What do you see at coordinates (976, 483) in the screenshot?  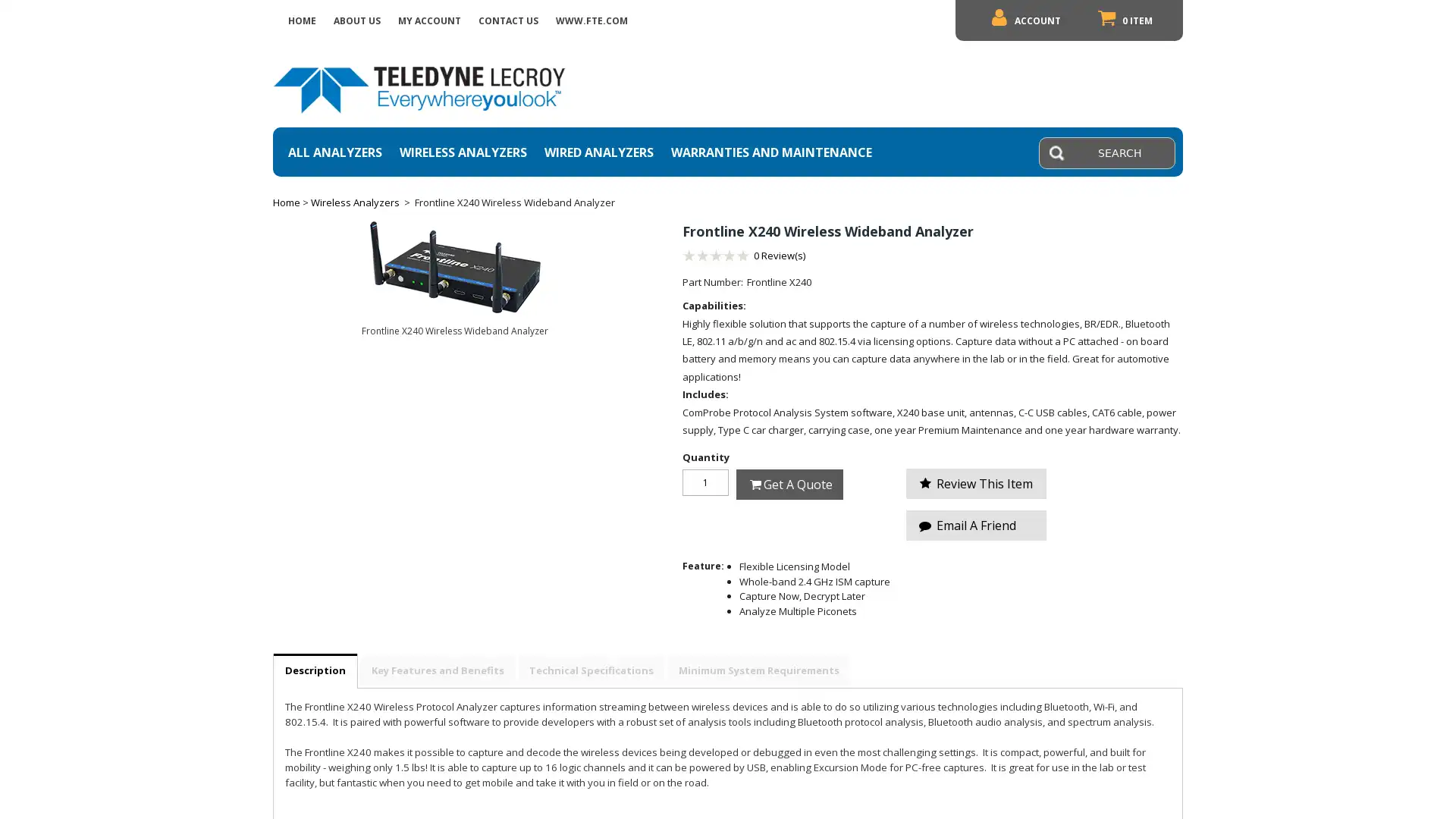 I see `Review This Item` at bounding box center [976, 483].